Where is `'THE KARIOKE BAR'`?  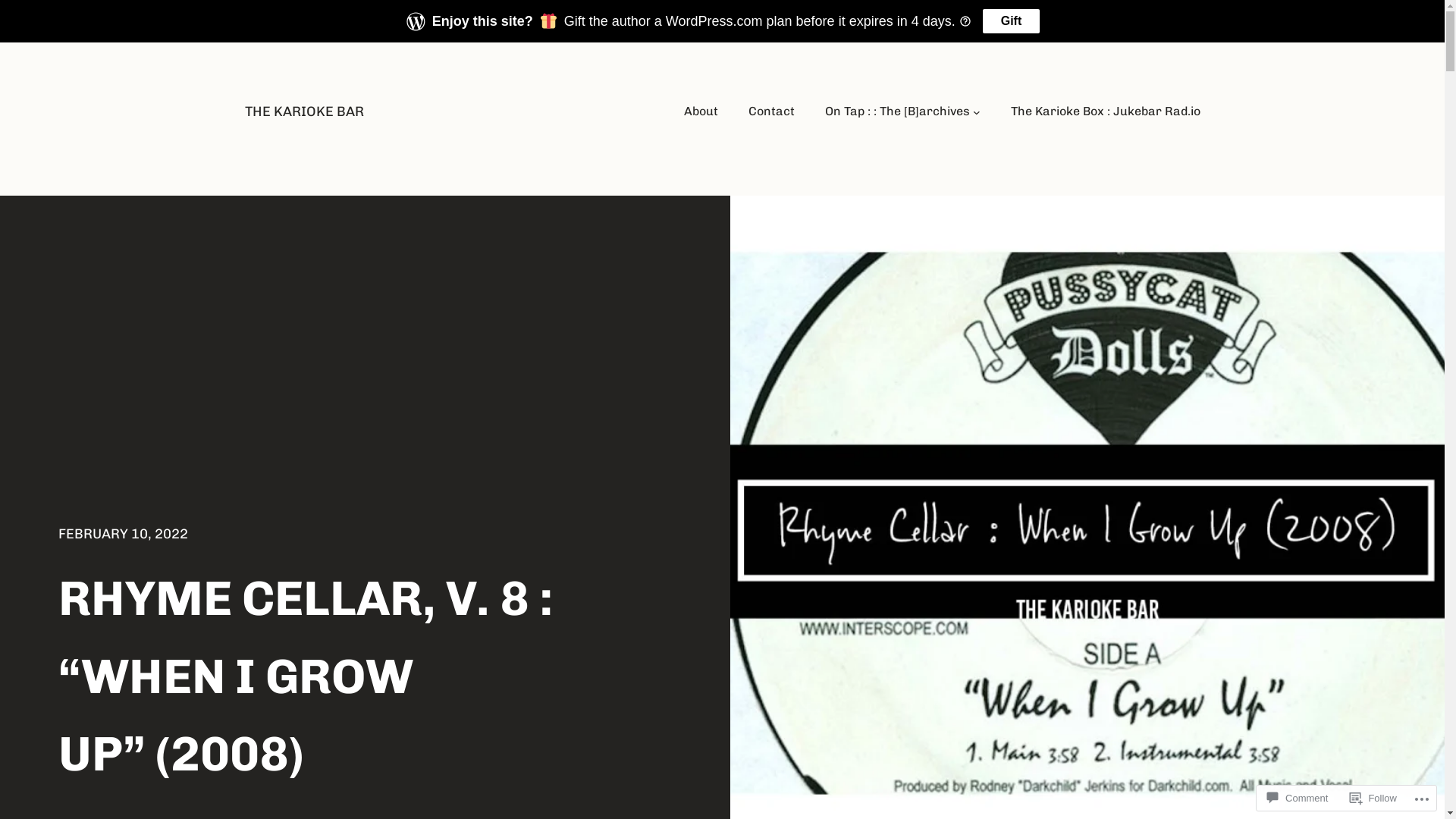
'THE KARIOKE BAR' is located at coordinates (303, 110).